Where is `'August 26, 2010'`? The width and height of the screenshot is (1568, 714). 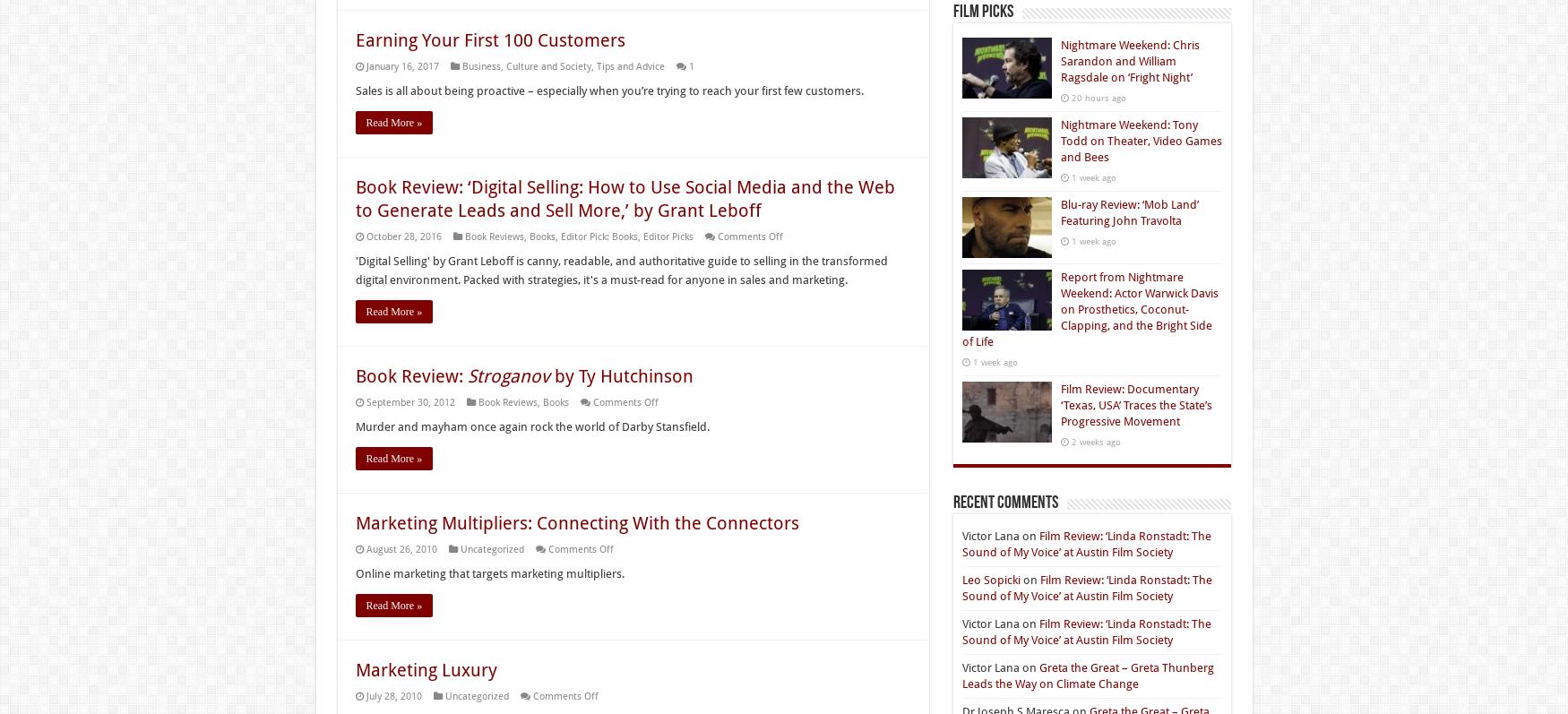
'August 26, 2010' is located at coordinates (364, 549).